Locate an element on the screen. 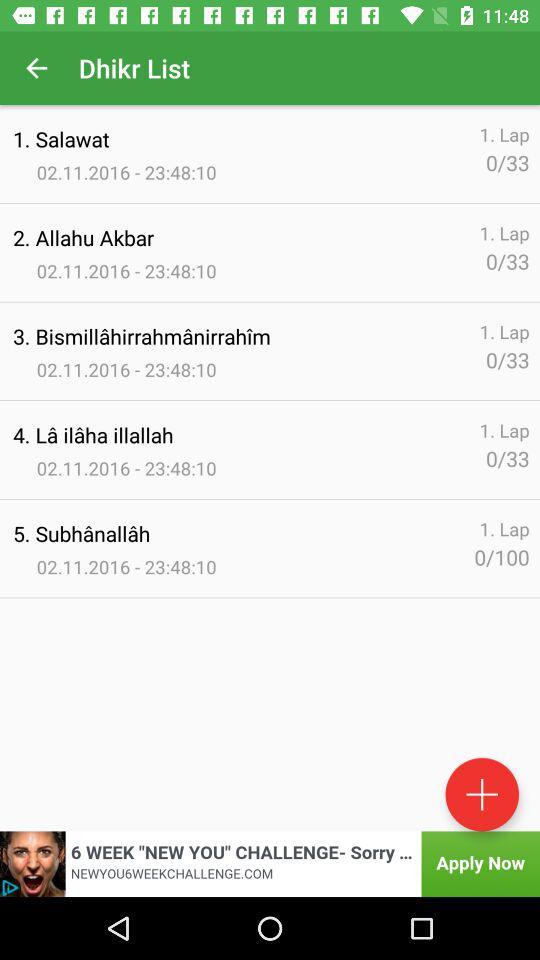  the item above the 1. salawat is located at coordinates (36, 68).